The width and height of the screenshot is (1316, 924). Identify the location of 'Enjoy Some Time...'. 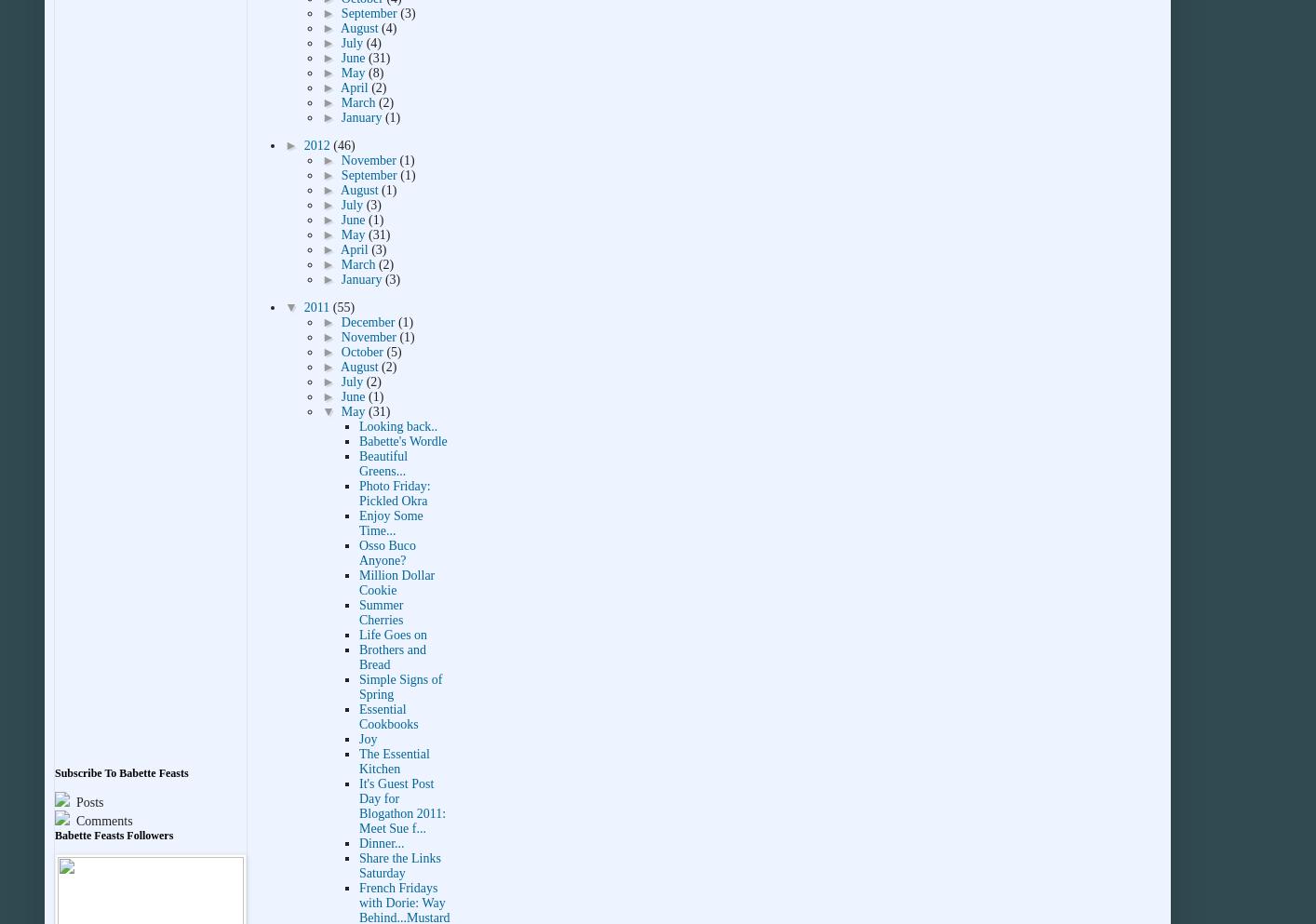
(389, 522).